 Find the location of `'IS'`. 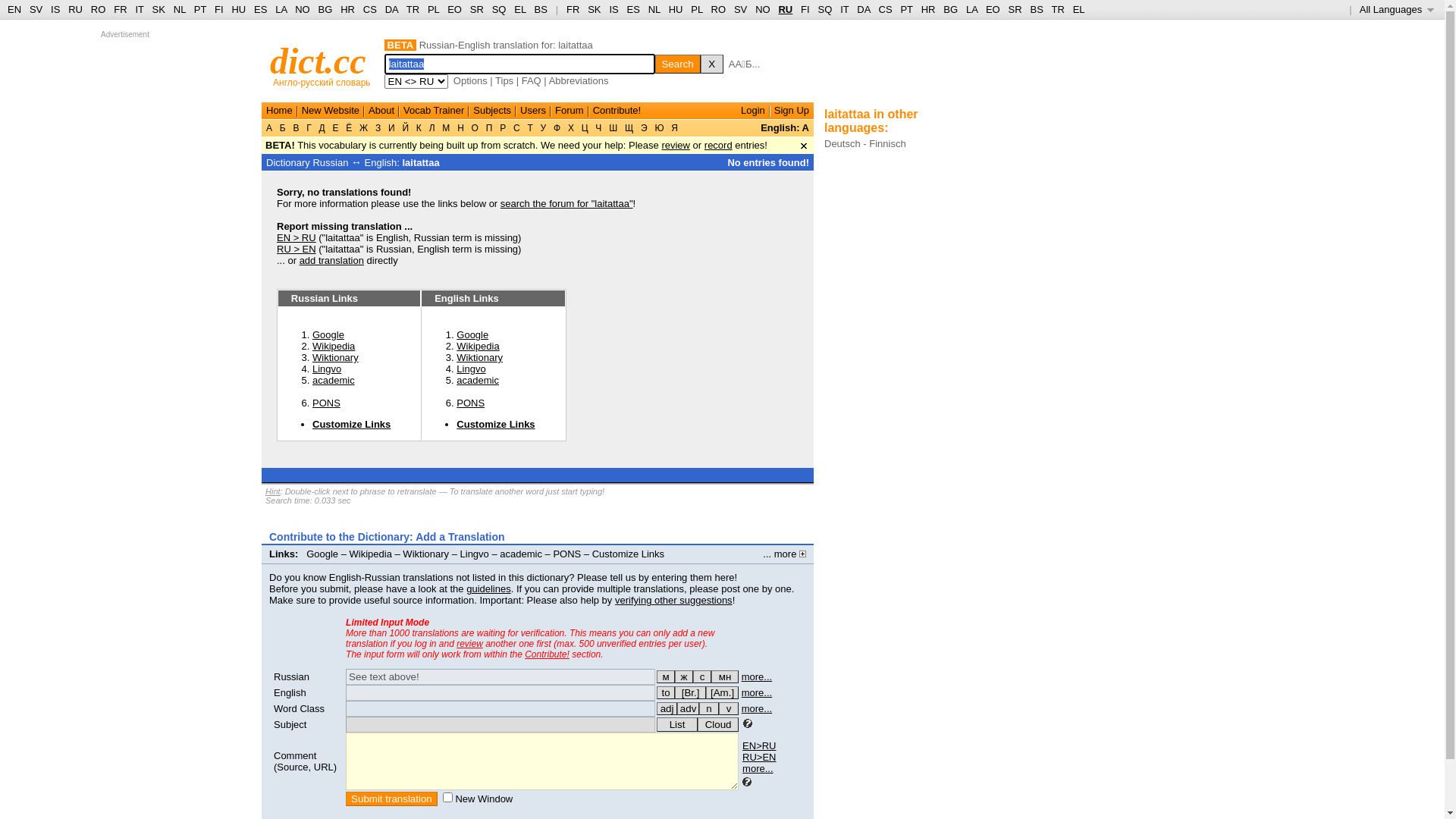

'IS' is located at coordinates (55, 9).